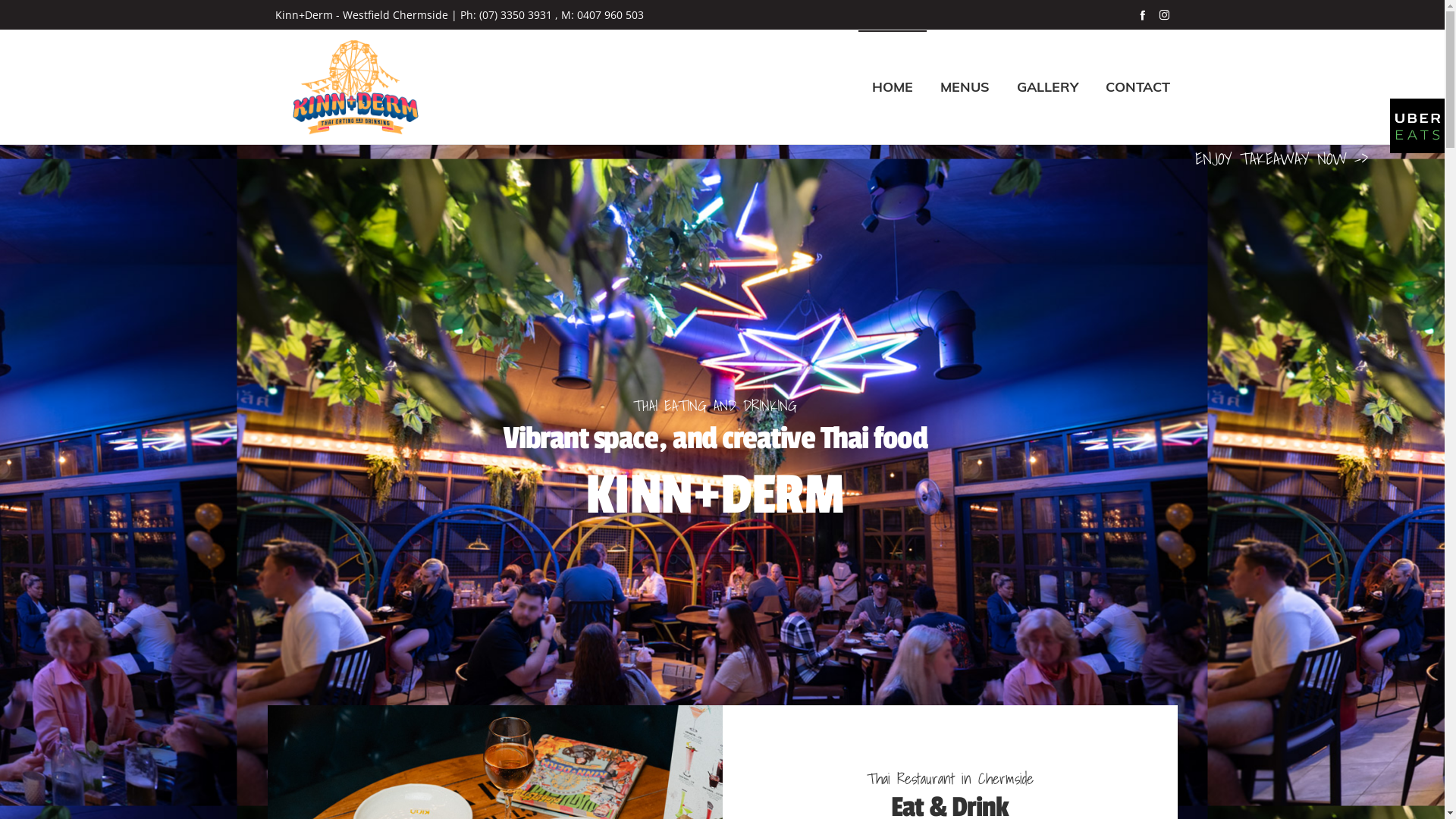  Describe the element at coordinates (1137, 87) in the screenshot. I see `'CONTACT'` at that location.